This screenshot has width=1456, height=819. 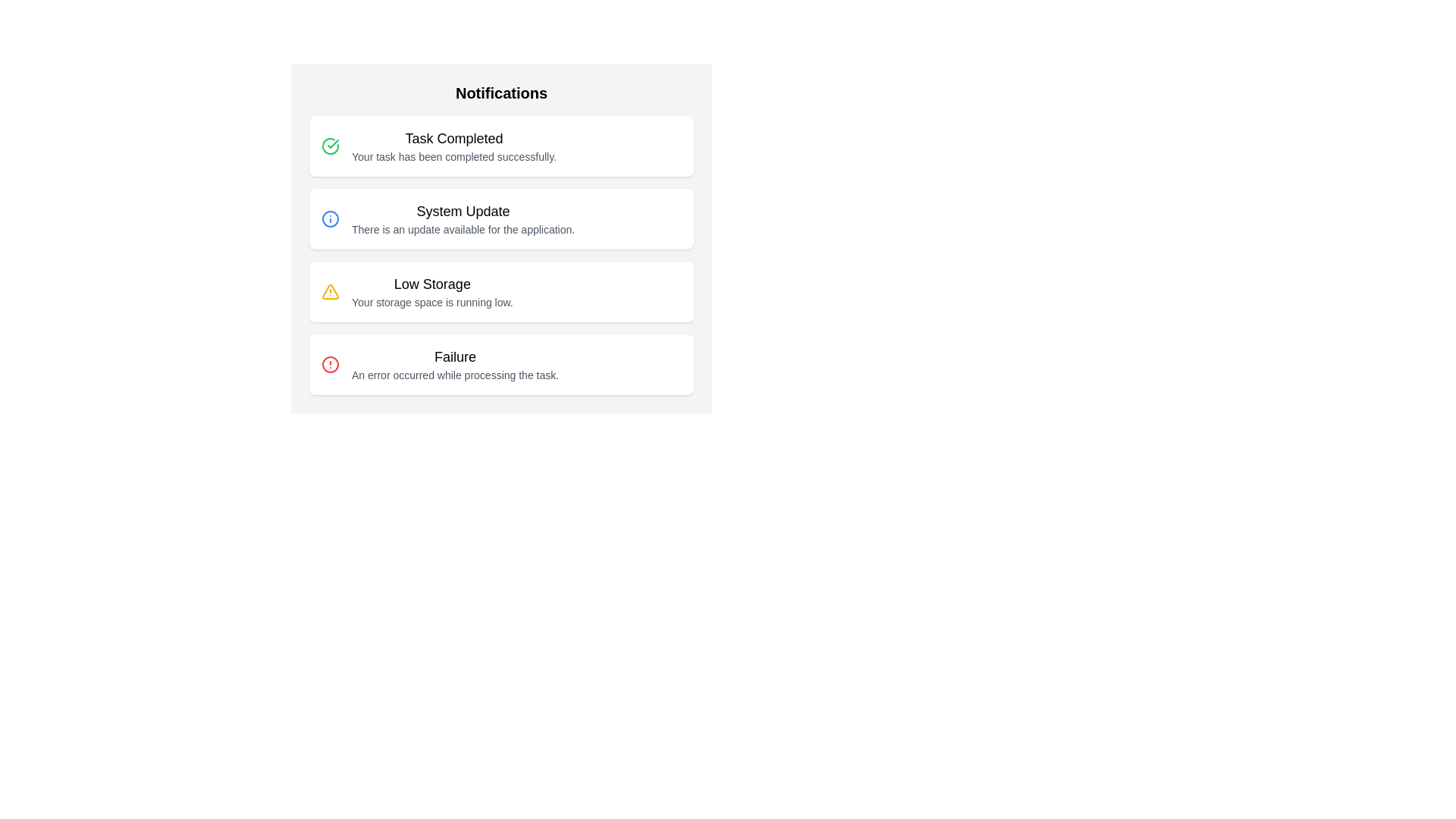 What do you see at coordinates (431, 302) in the screenshot?
I see `information from the text label displaying 'Your storage space is running low.' located beneath the 'Low Storage' title in the third notification box` at bounding box center [431, 302].